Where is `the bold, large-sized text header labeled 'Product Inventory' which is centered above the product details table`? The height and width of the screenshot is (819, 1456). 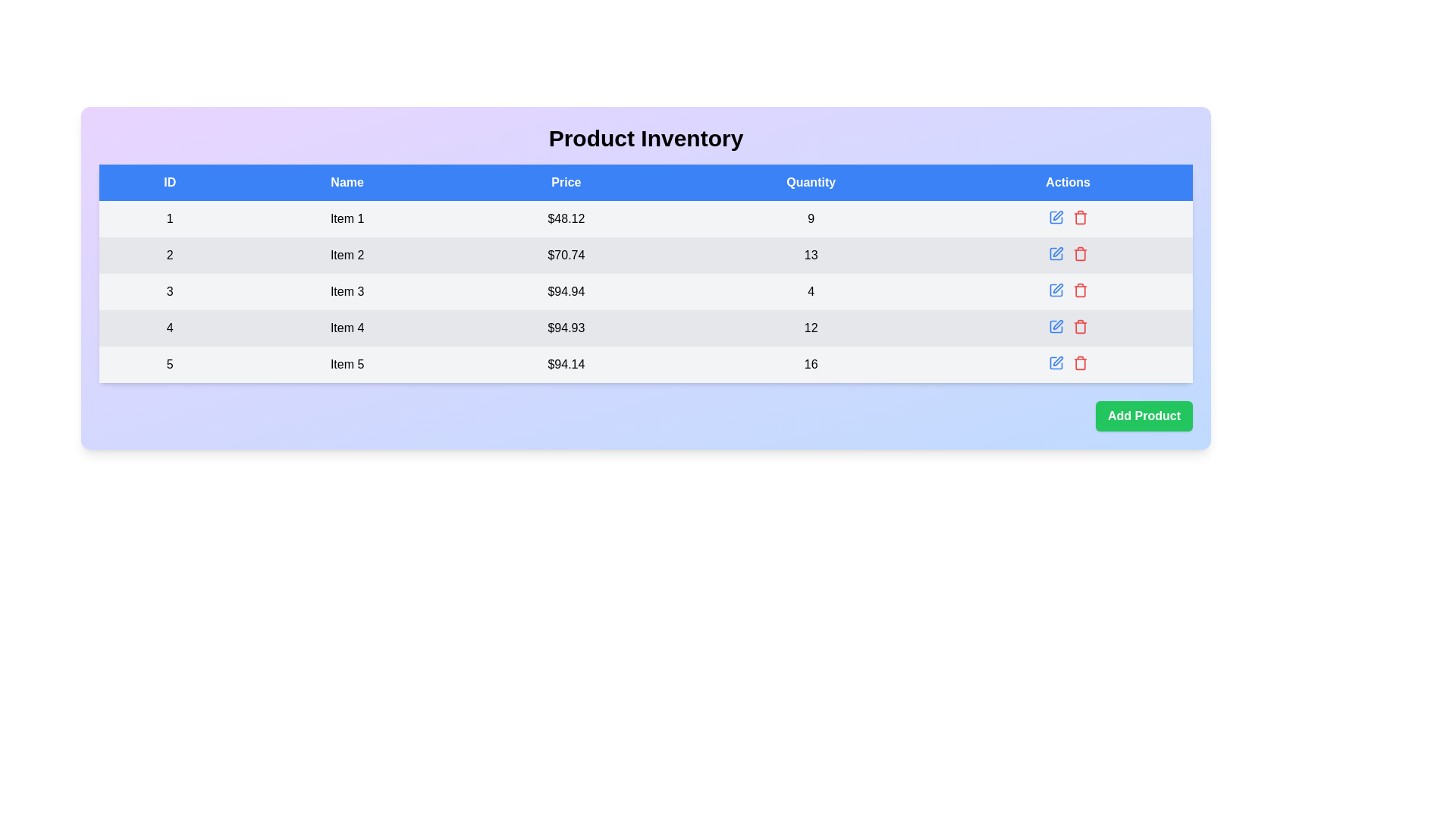 the bold, large-sized text header labeled 'Product Inventory' which is centered above the product details table is located at coordinates (645, 138).